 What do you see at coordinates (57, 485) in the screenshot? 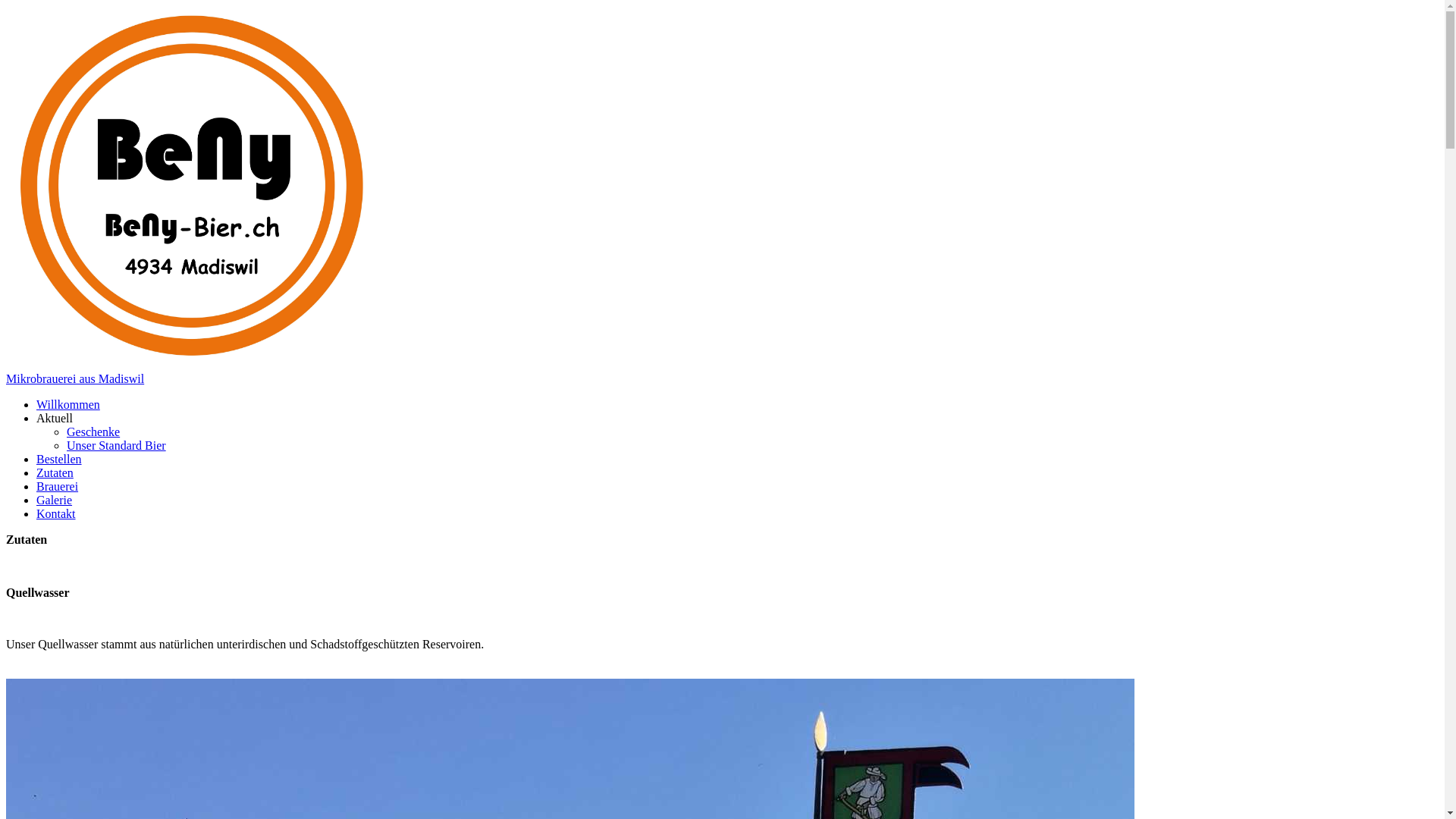
I see `'Brauerei'` at bounding box center [57, 485].